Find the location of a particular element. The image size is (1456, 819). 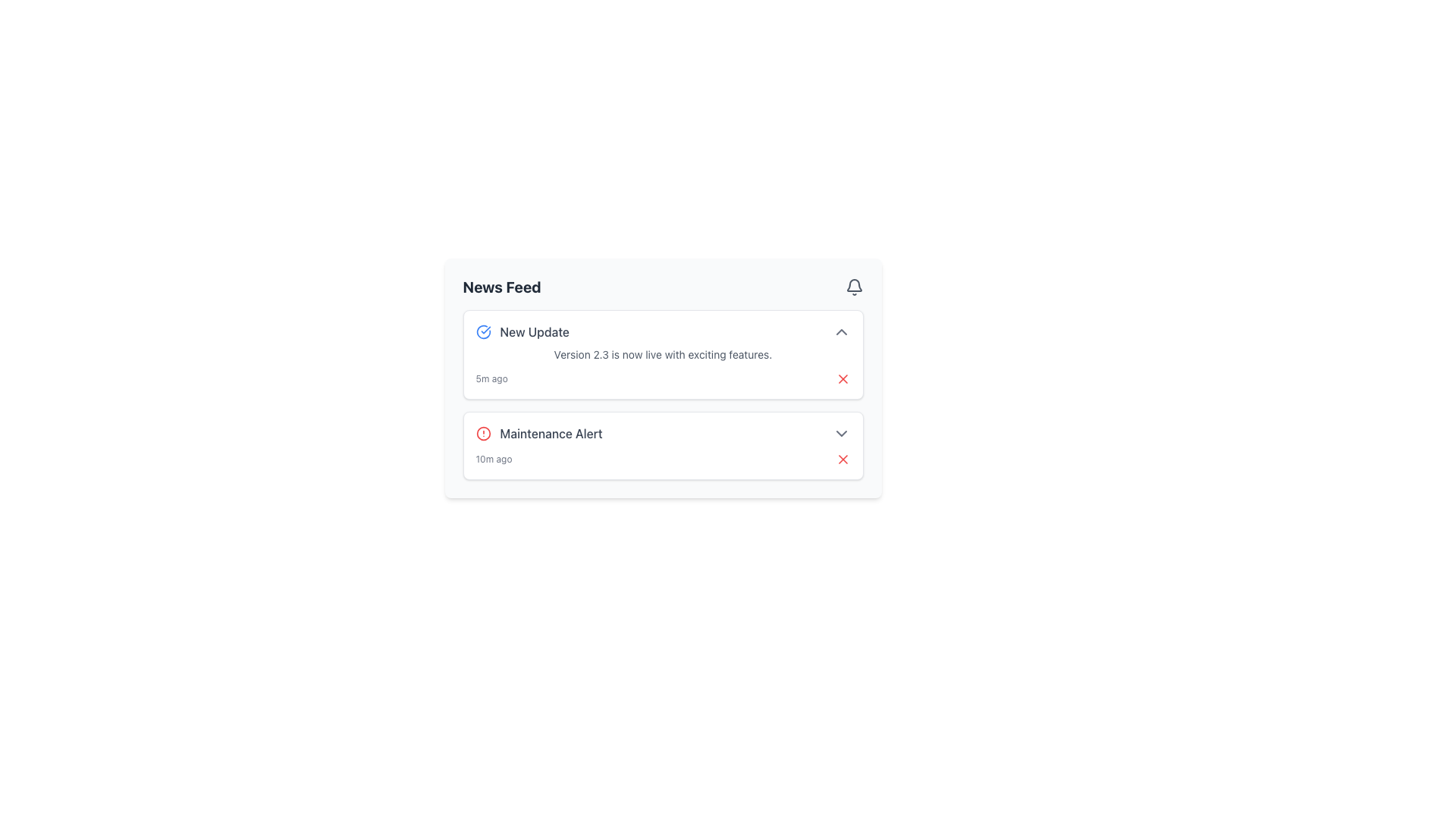

timing information displayed as '5m ago' in the compound UI component located in the bottom part of the 'New Update' box in the 'News Feed' interface is located at coordinates (663, 378).